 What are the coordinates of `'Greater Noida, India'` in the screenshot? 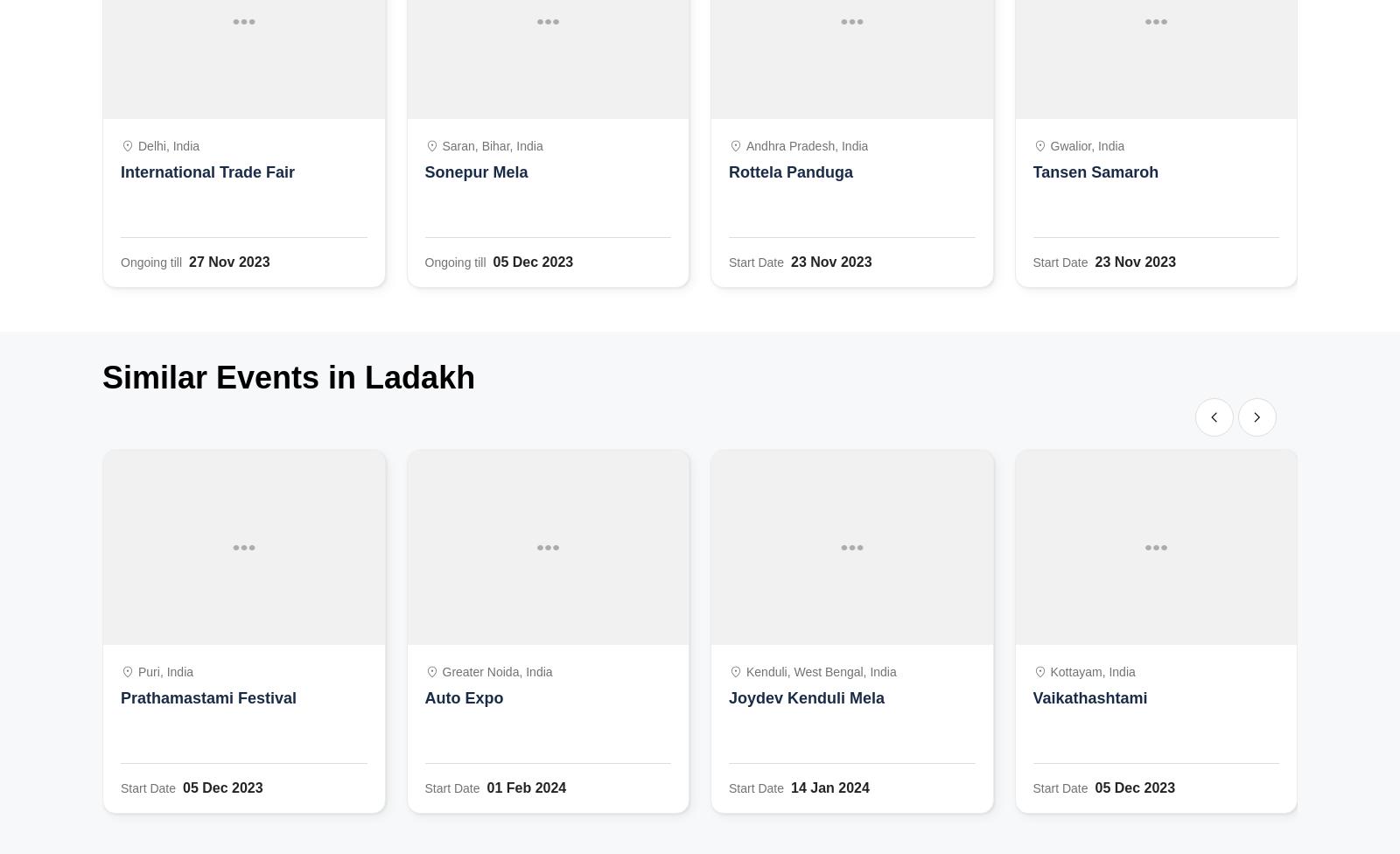 It's located at (440, 672).